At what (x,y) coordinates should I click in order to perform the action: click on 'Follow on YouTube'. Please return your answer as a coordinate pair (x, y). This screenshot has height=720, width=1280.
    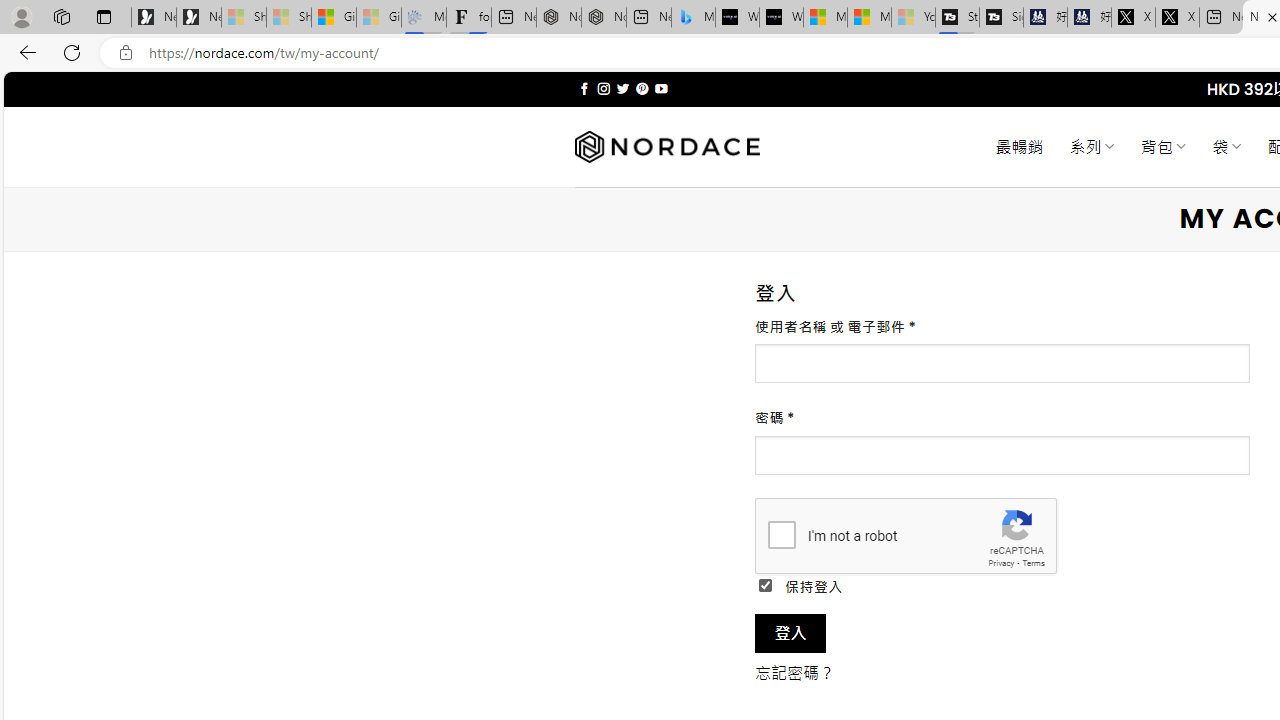
    Looking at the image, I should click on (661, 88).